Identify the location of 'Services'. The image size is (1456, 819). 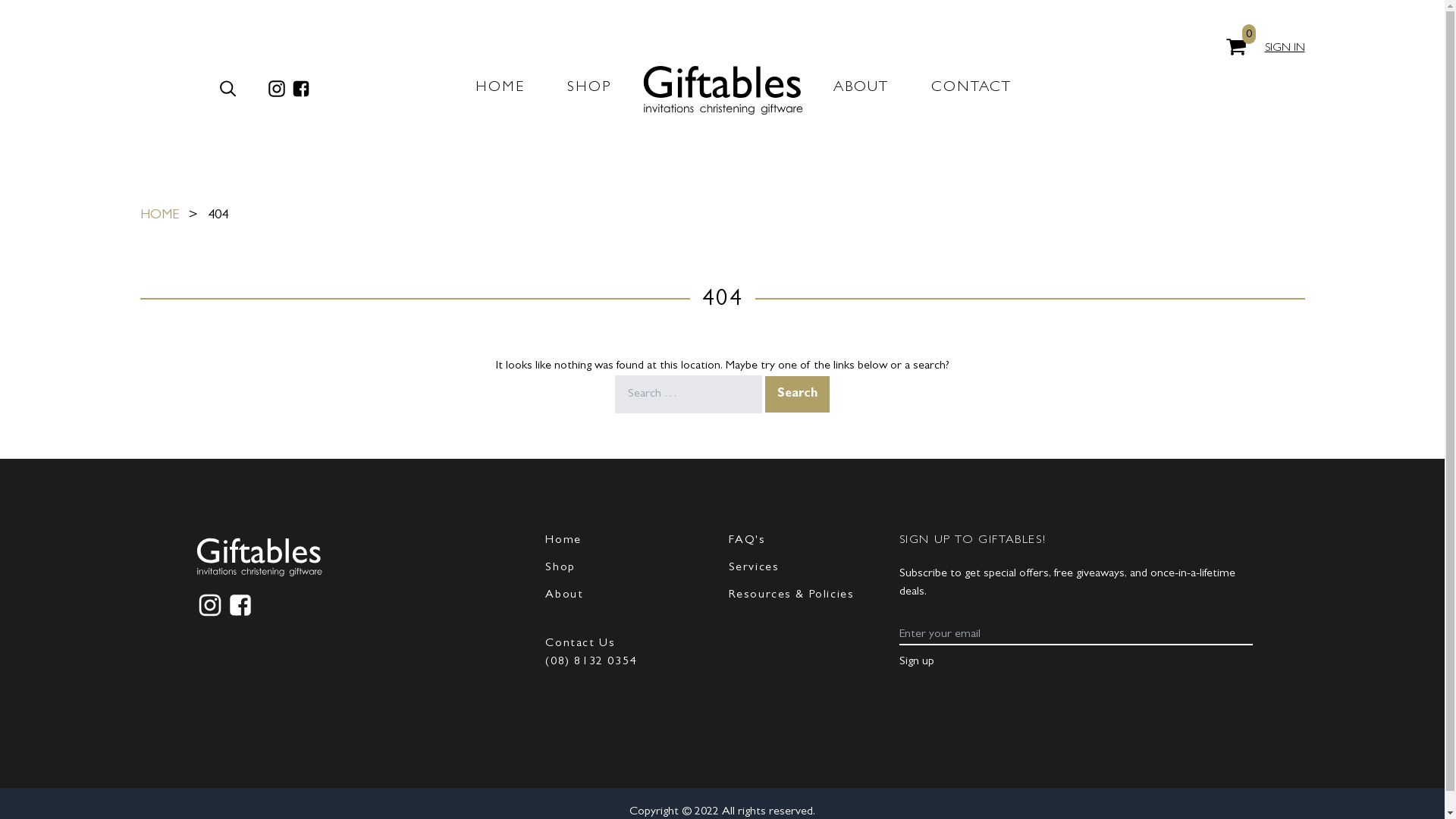
(753, 567).